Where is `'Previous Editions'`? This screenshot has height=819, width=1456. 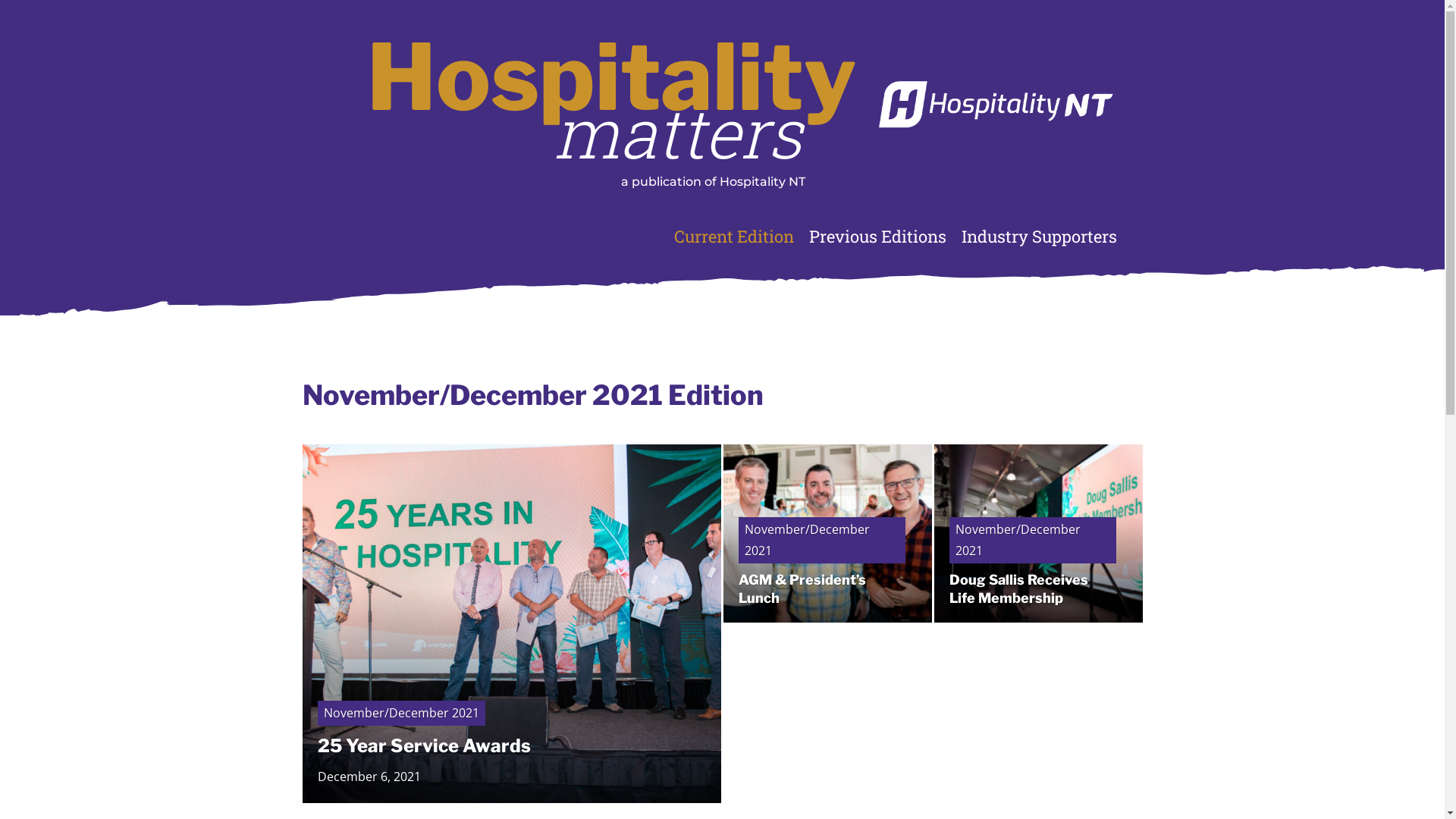
'Previous Editions' is located at coordinates (877, 237).